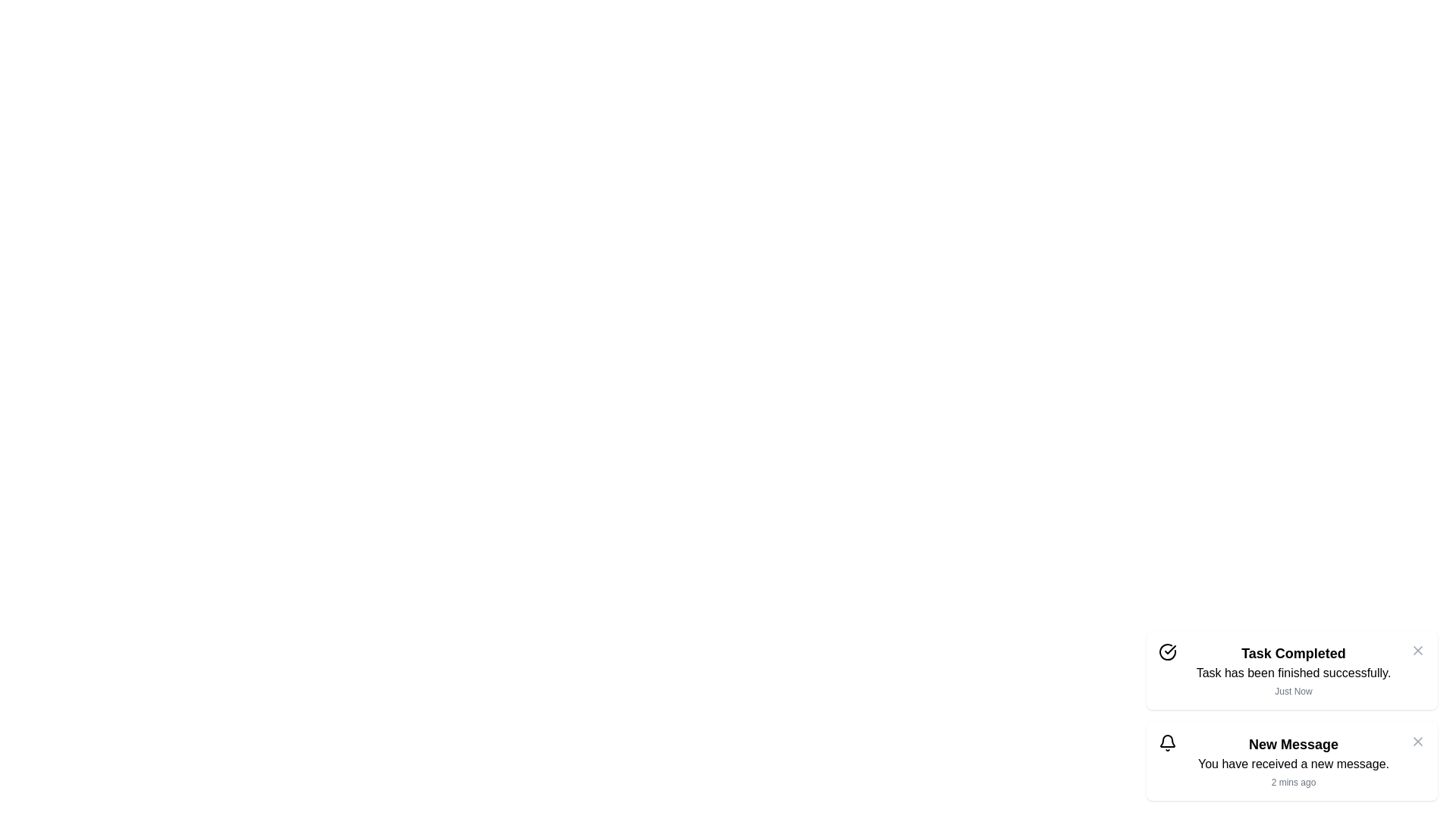 The height and width of the screenshot is (819, 1456). What do you see at coordinates (1292, 691) in the screenshot?
I see `the timestamp text of the snackbar to inspect its value` at bounding box center [1292, 691].